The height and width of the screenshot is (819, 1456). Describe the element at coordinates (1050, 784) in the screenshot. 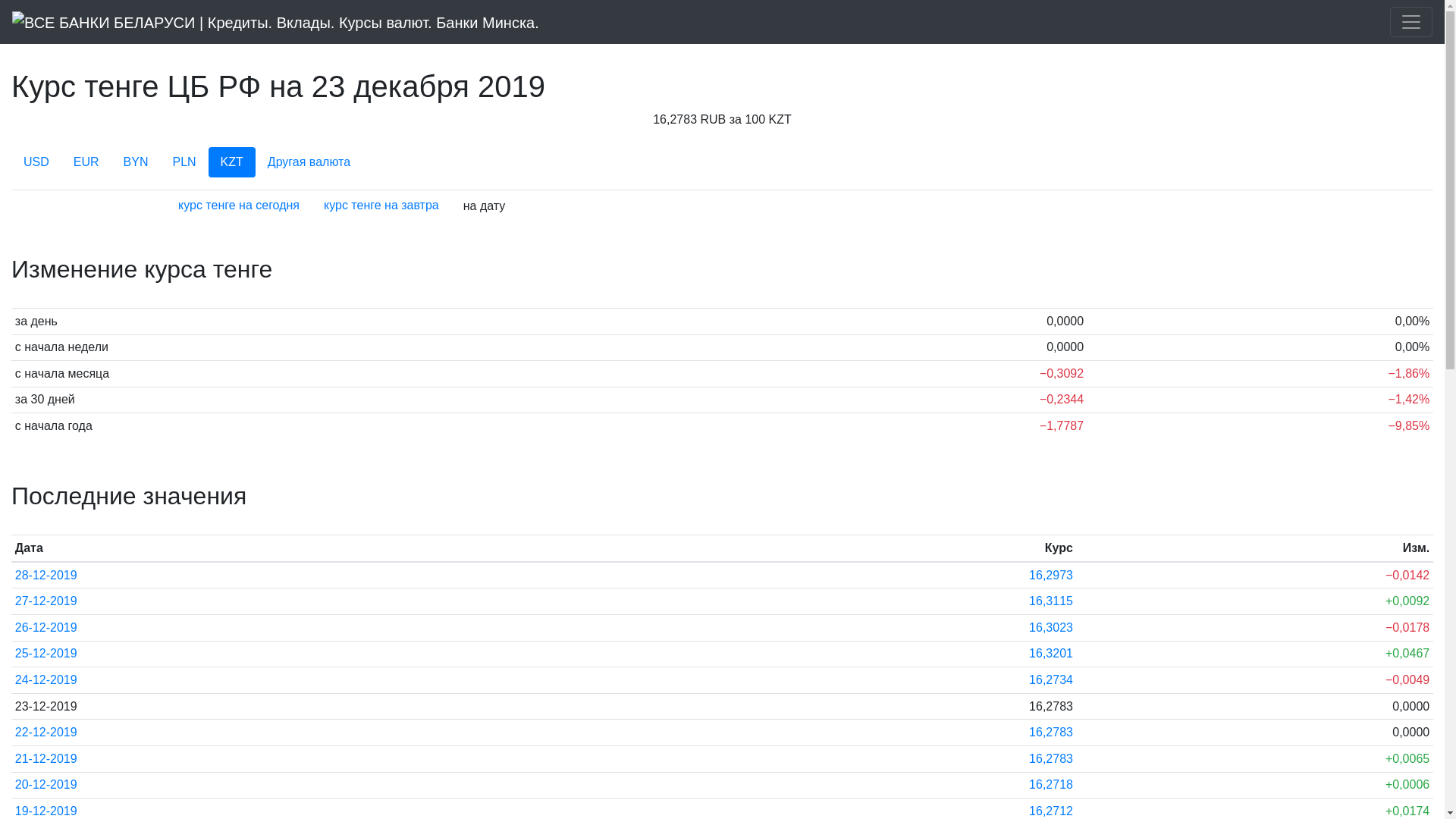

I see `'16,2718'` at that location.